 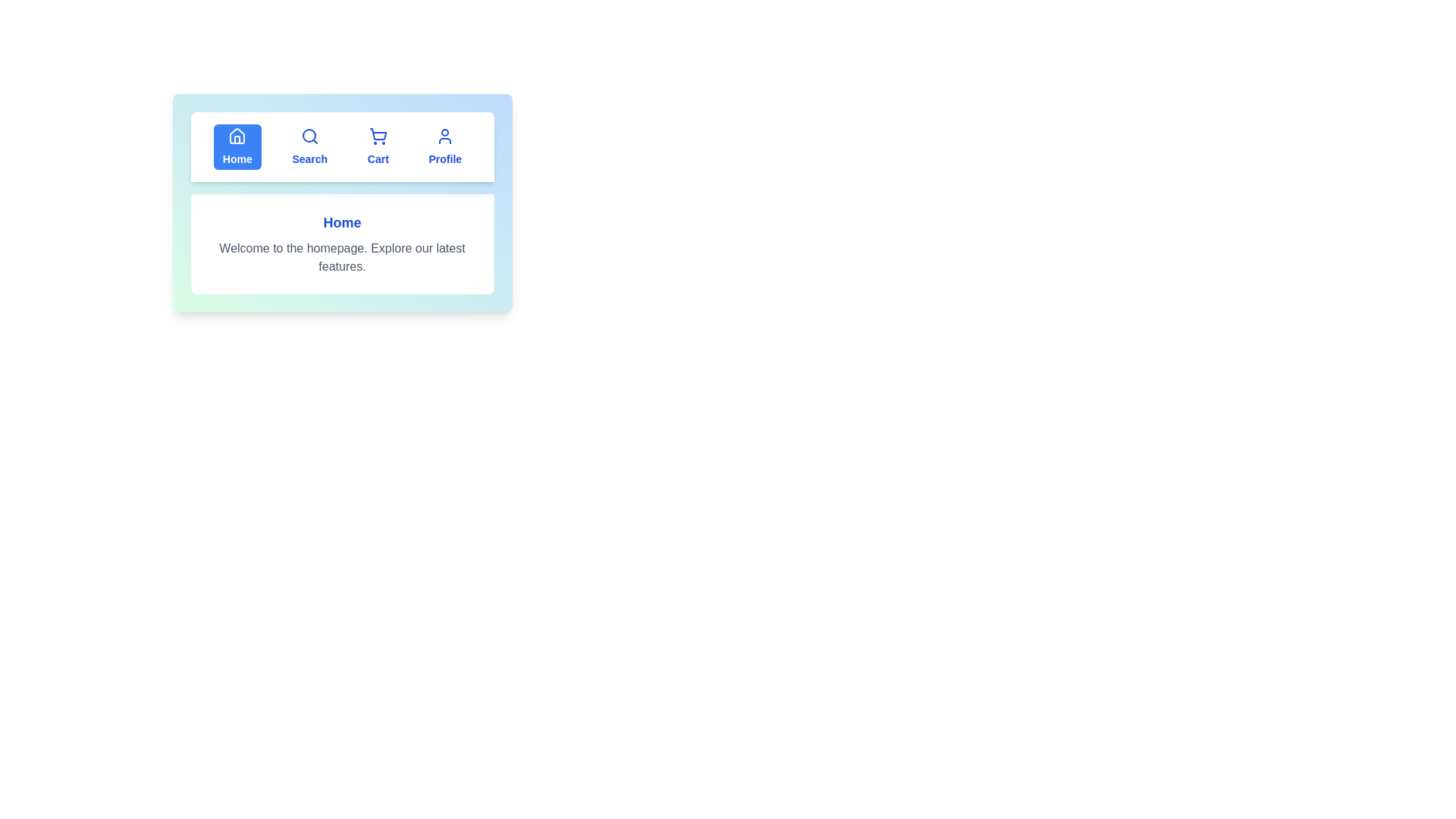 What do you see at coordinates (378, 146) in the screenshot?
I see `the tab labeled Cart to display its content` at bounding box center [378, 146].